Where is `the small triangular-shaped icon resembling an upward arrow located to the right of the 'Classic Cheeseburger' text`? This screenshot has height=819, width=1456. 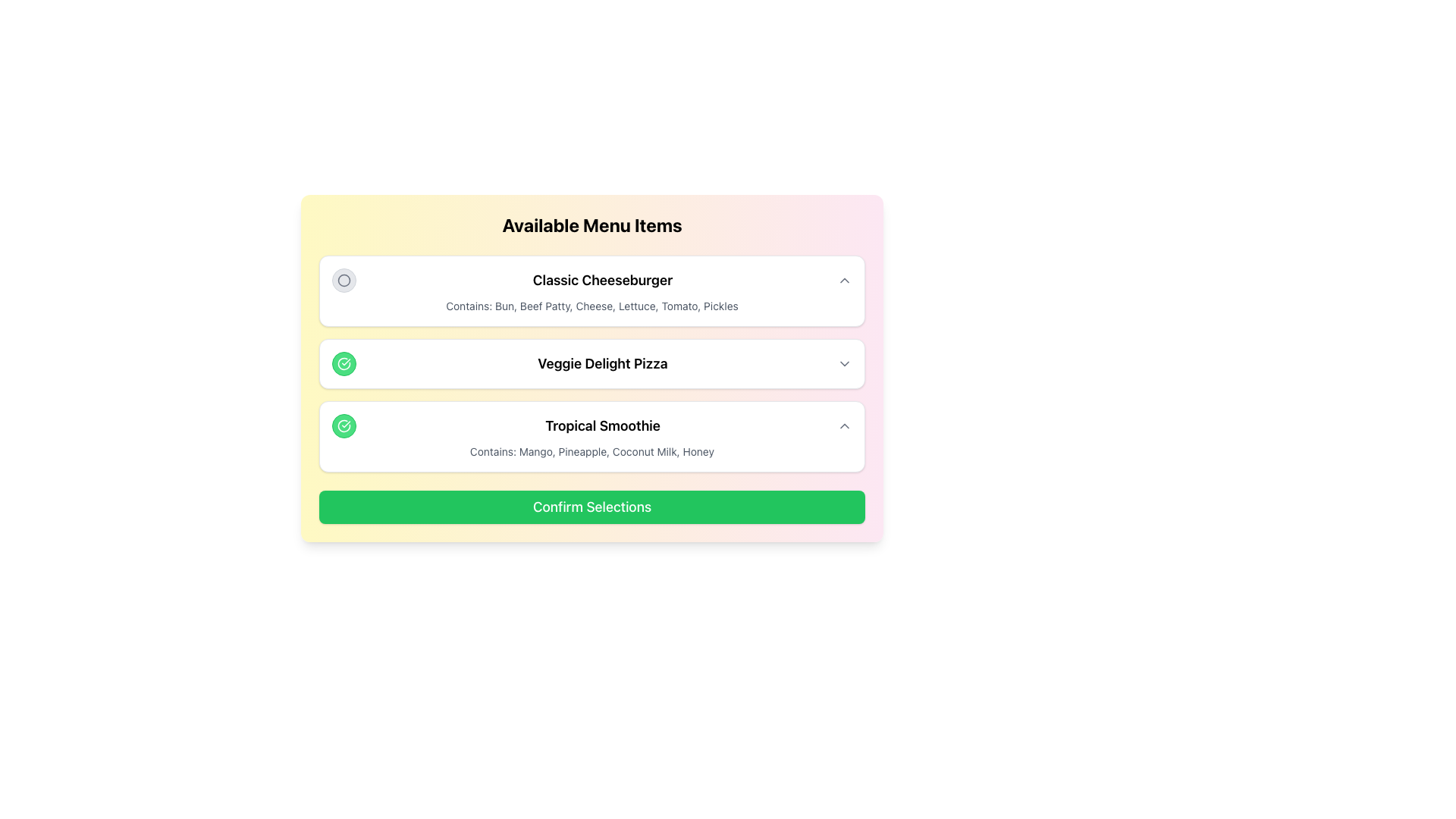 the small triangular-shaped icon resembling an upward arrow located to the right of the 'Classic Cheeseburger' text is located at coordinates (843, 281).